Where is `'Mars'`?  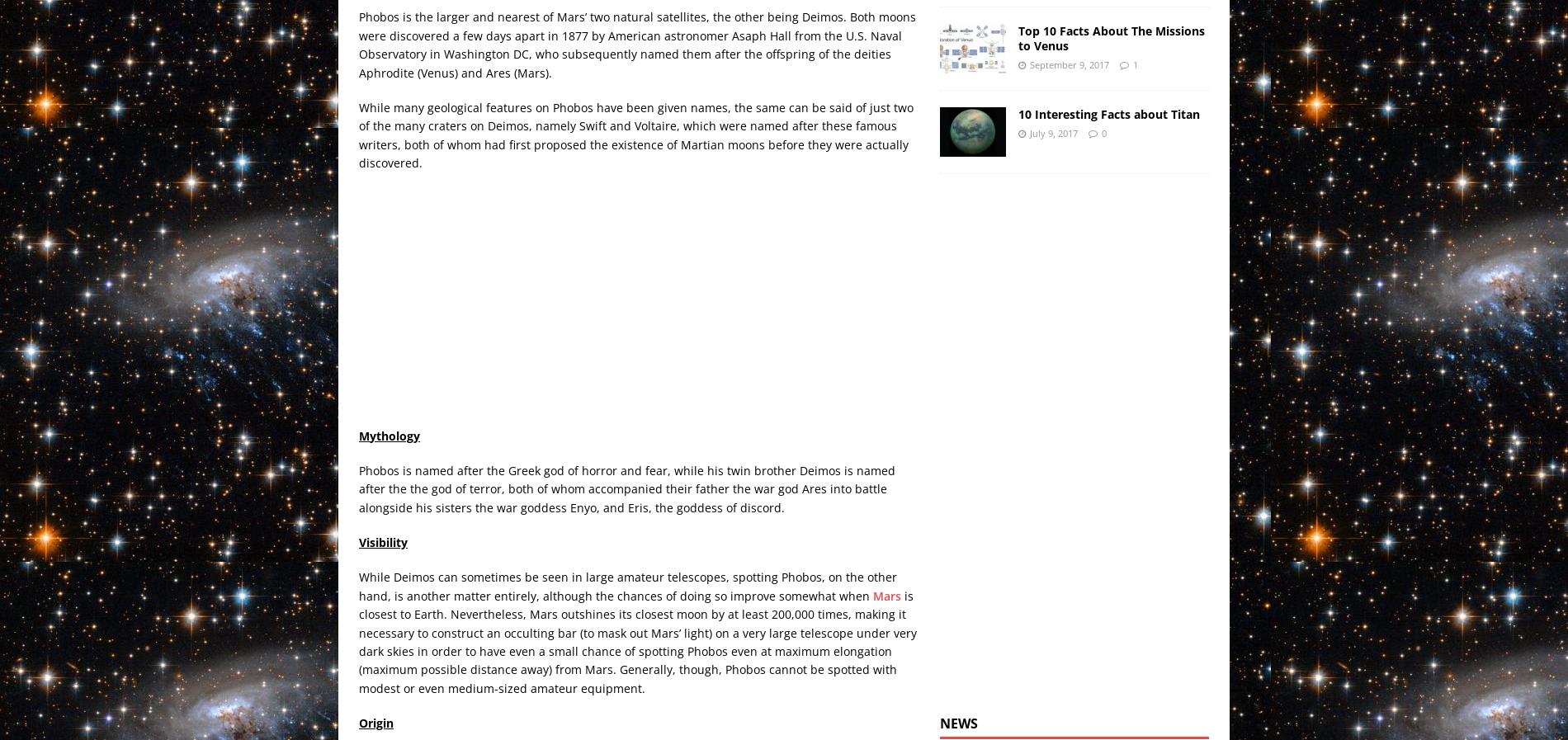
'Mars' is located at coordinates (887, 595).